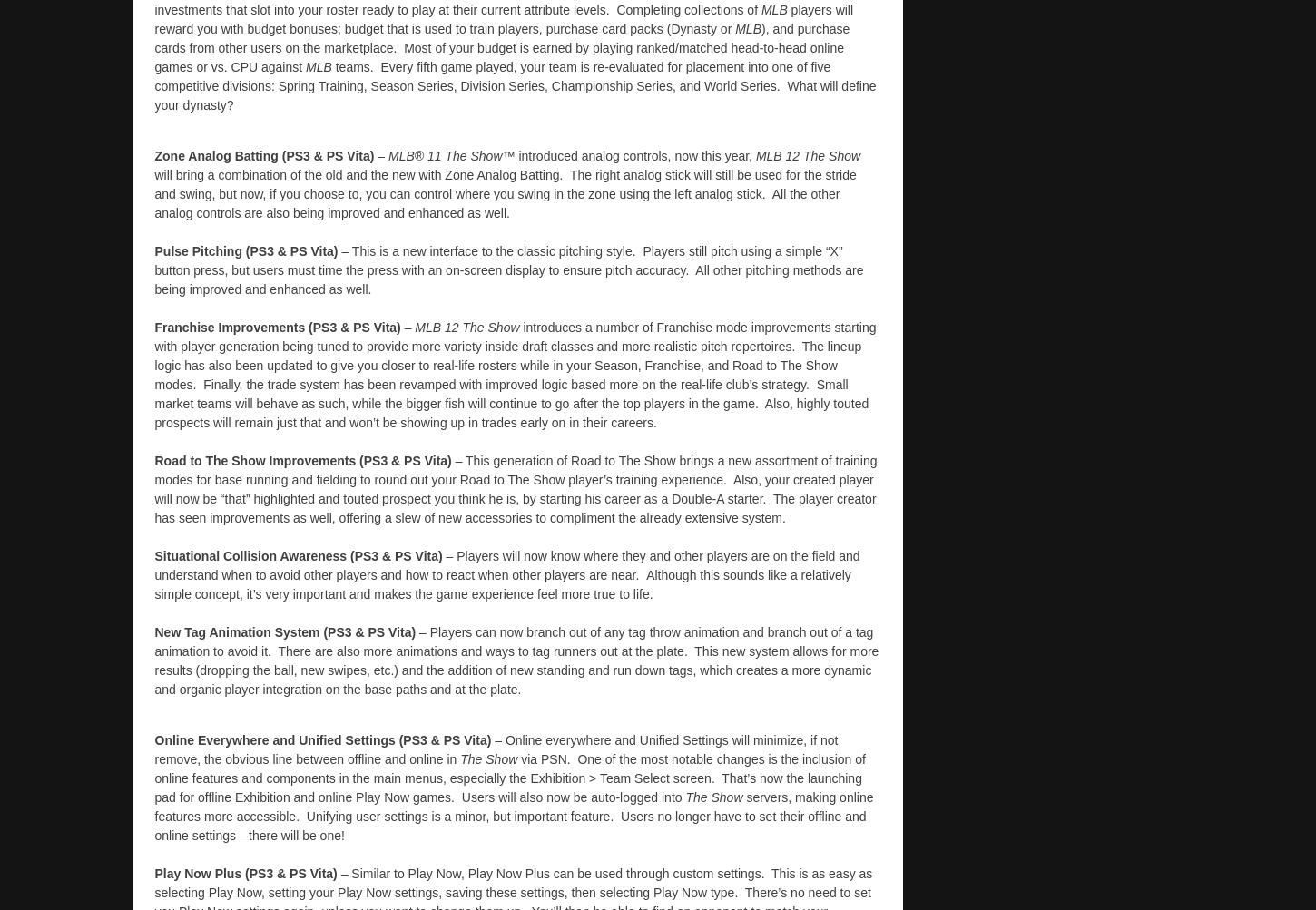  Describe the element at coordinates (506, 564) in the screenshot. I see `'– Players will now know where they and other players are on the field and understand when to avoid other players and how to react when other players are near.'` at that location.